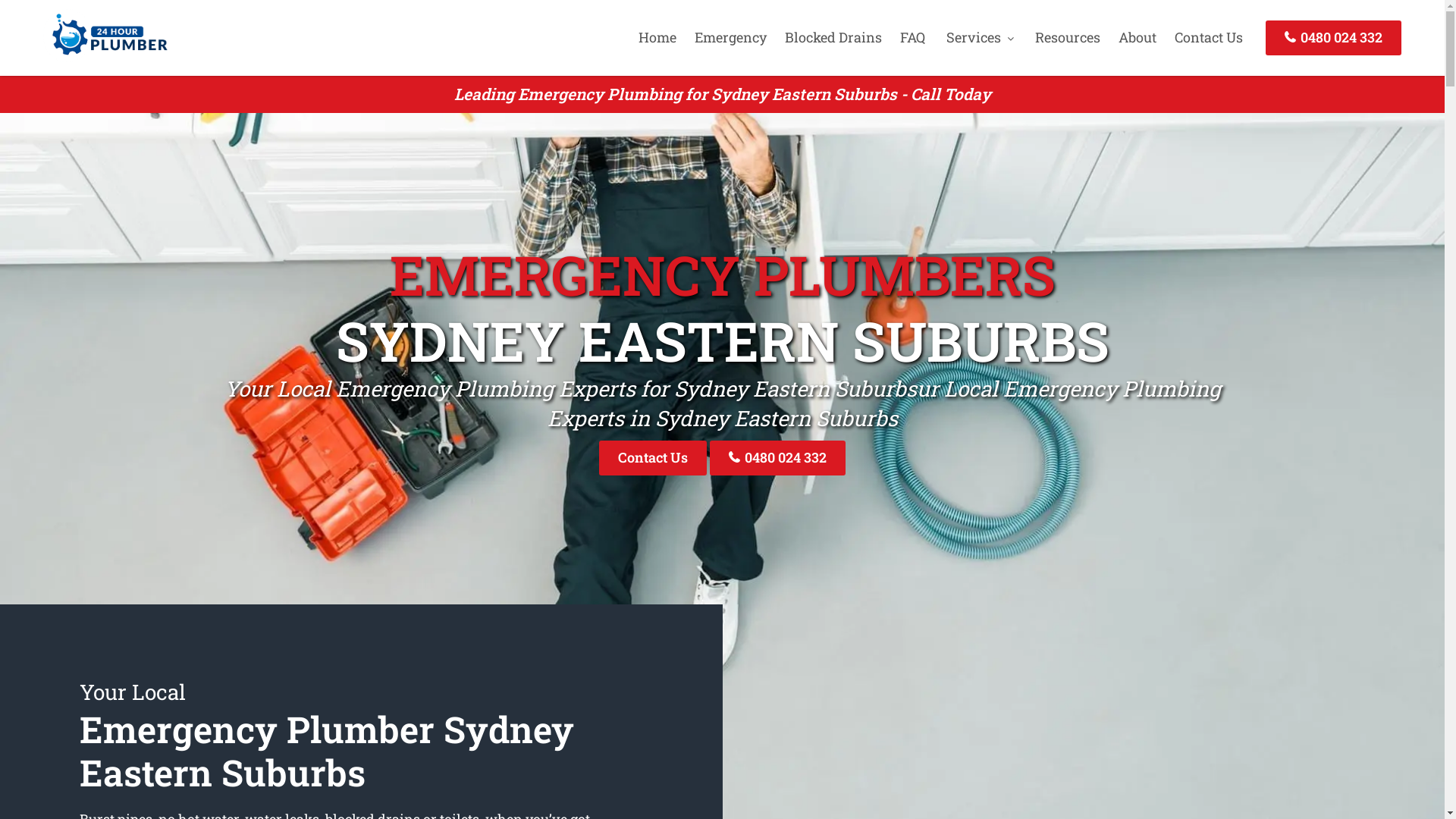 The width and height of the screenshot is (1456, 819). What do you see at coordinates (777, 457) in the screenshot?
I see `'0480 024 332'` at bounding box center [777, 457].